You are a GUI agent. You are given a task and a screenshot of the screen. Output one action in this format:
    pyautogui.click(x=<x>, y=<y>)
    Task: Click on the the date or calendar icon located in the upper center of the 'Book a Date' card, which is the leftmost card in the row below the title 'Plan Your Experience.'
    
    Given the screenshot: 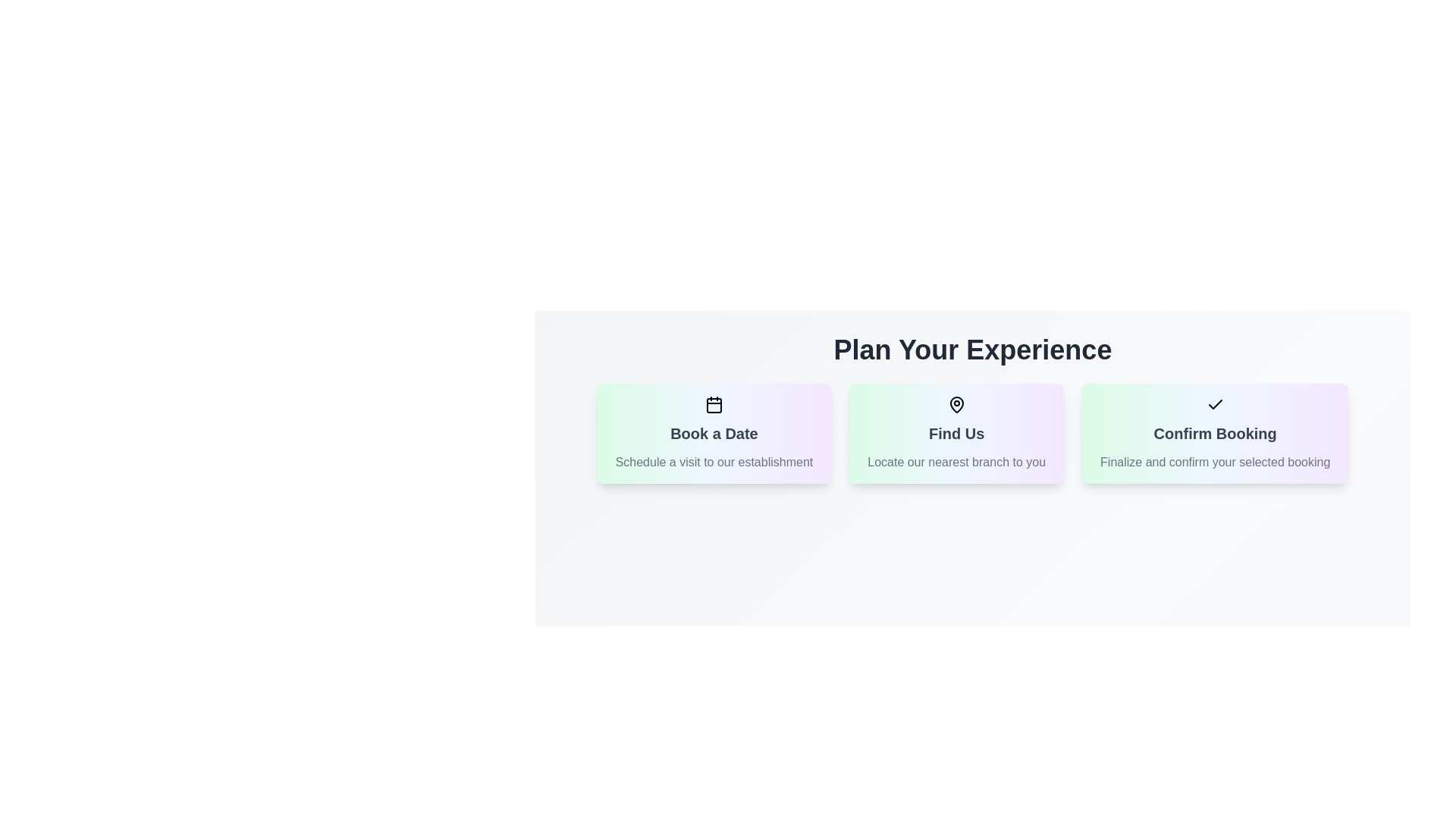 What is the action you would take?
    pyautogui.click(x=713, y=405)
    